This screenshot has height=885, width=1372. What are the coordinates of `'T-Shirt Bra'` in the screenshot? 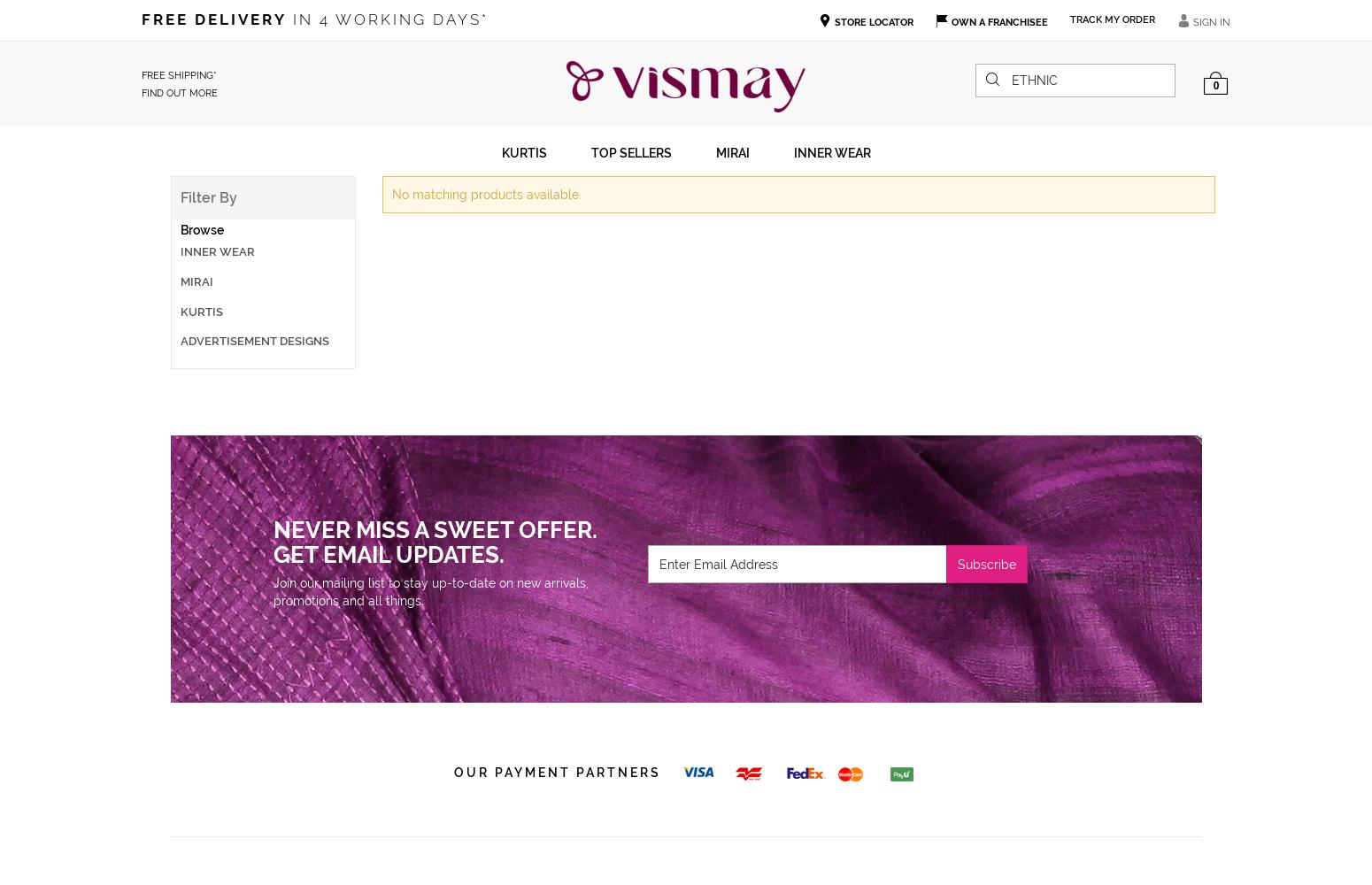 It's located at (185, 298).